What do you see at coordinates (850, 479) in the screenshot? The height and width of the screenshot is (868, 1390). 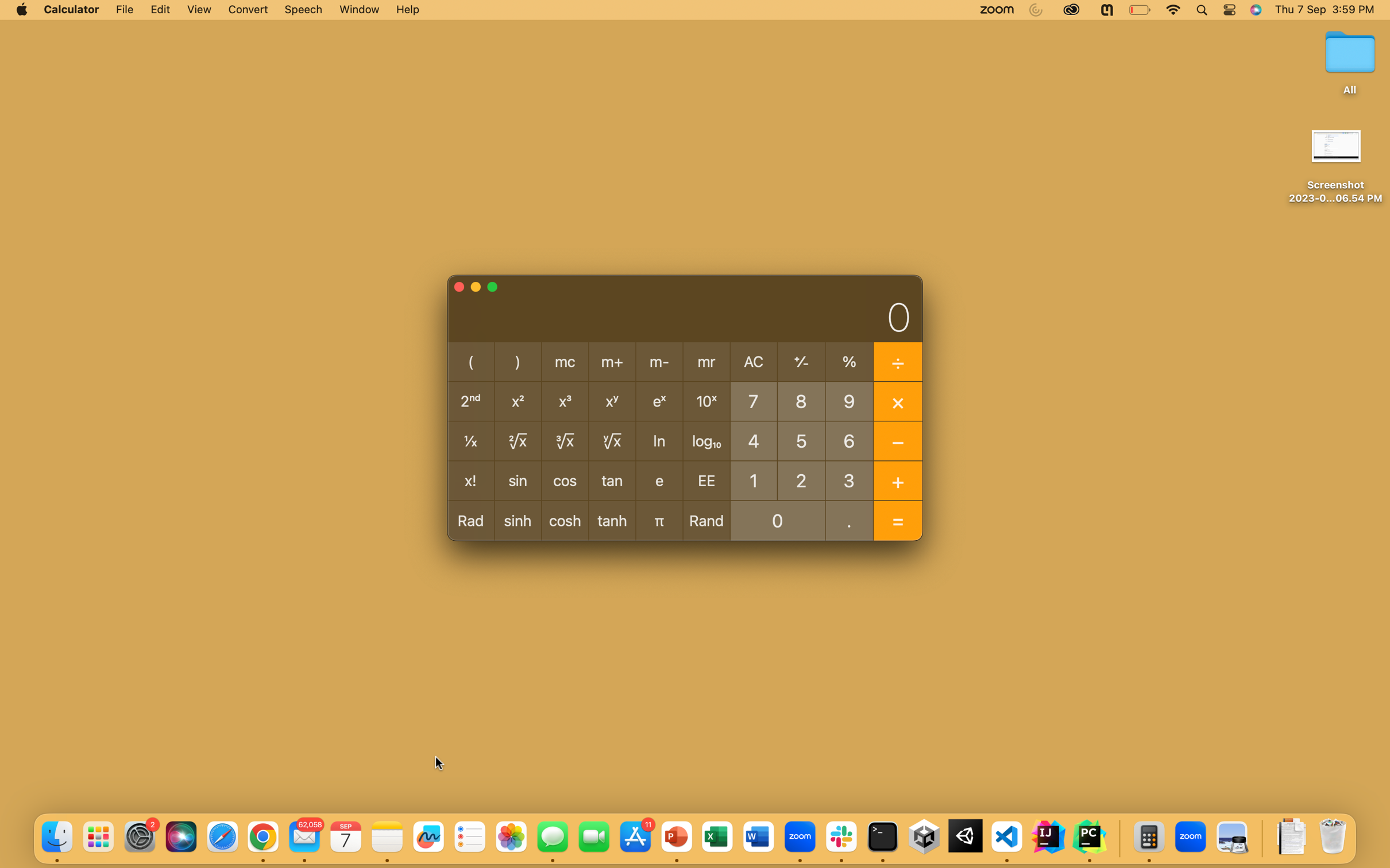 I see `Calculate the tangent of 30 degrees` at bounding box center [850, 479].